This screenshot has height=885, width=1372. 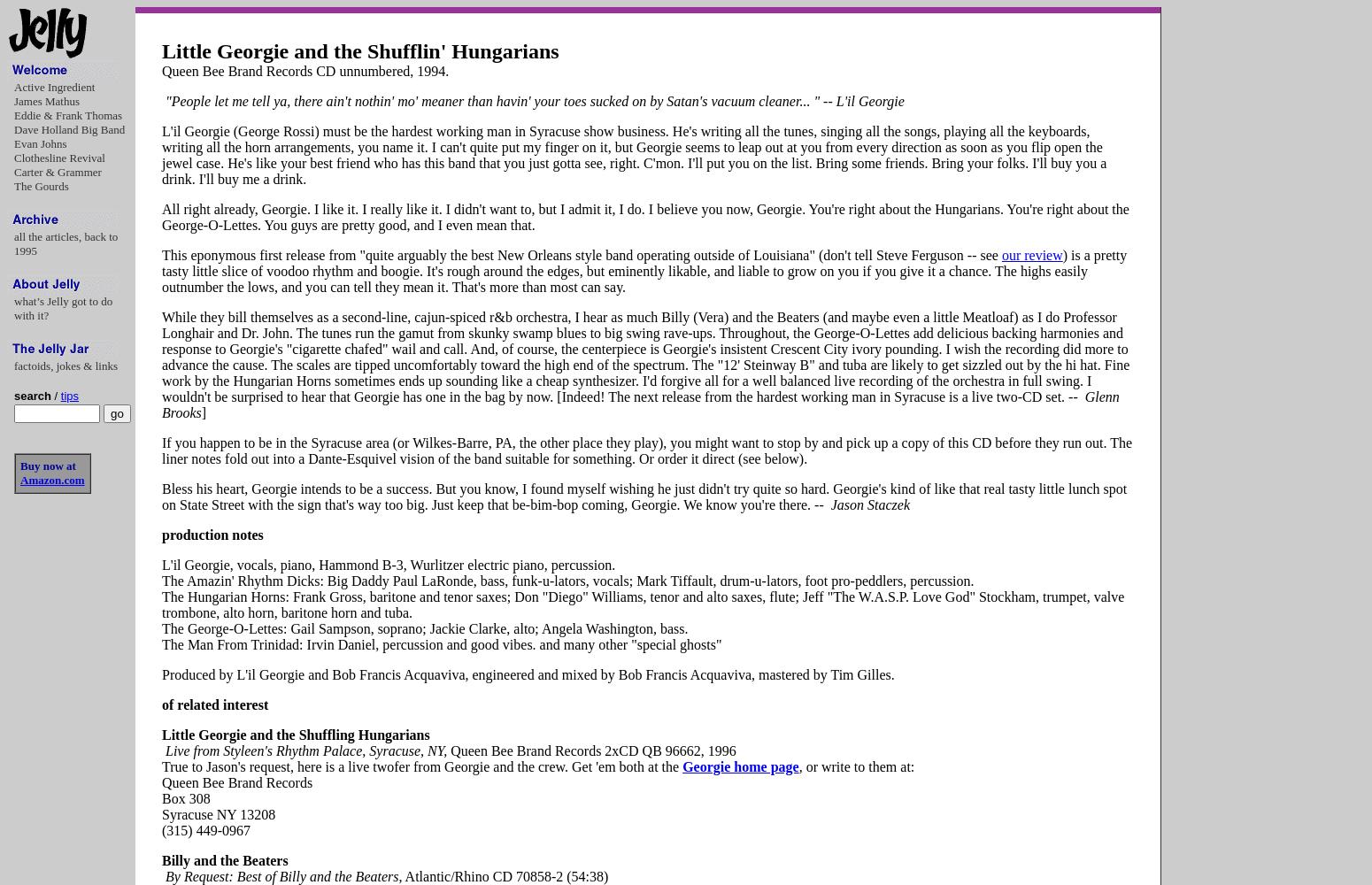 I want to click on 'our review', so click(x=1031, y=255).